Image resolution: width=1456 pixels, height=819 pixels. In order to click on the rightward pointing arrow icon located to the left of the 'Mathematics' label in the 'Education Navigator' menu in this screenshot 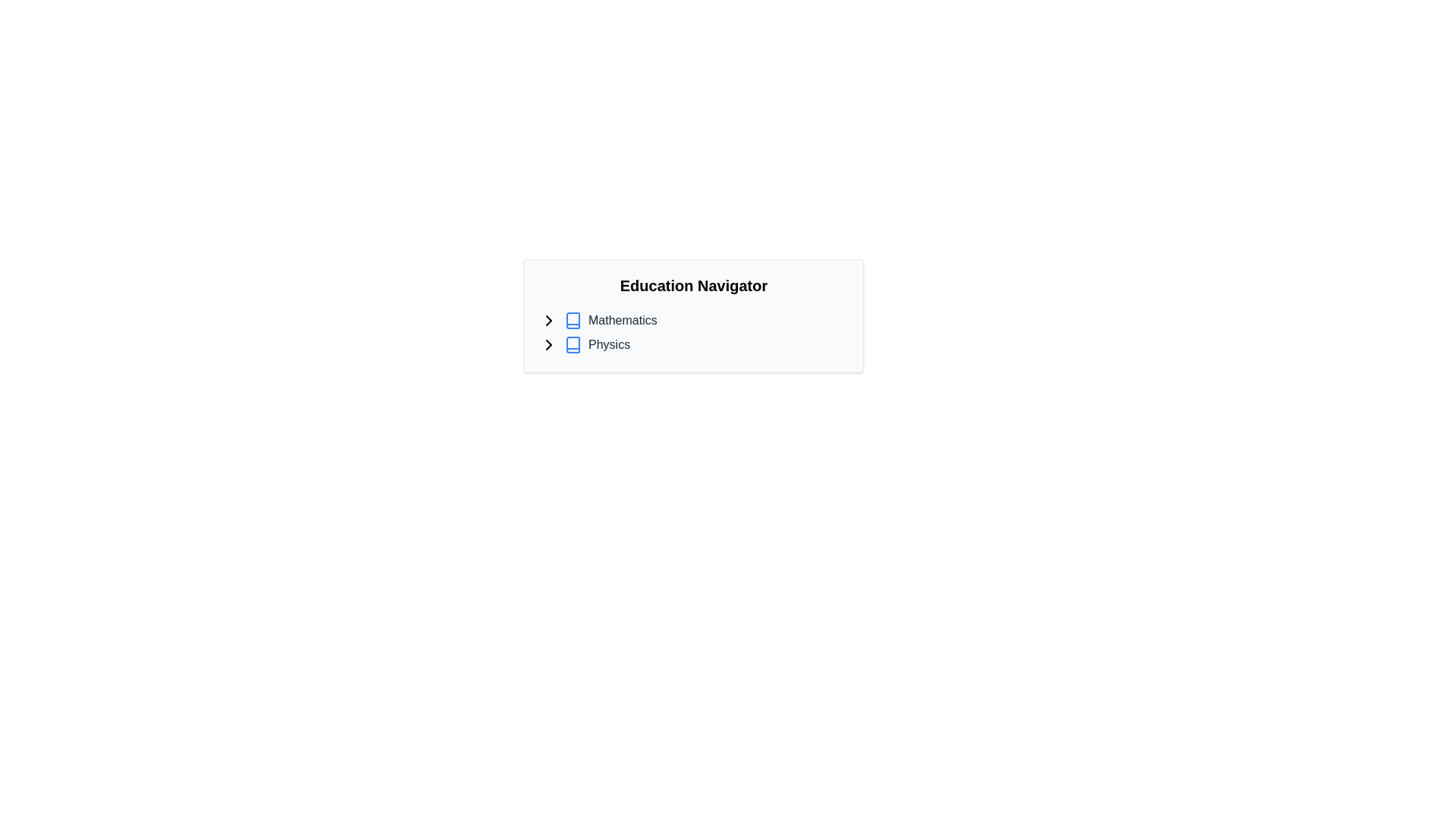, I will do `click(548, 345)`.